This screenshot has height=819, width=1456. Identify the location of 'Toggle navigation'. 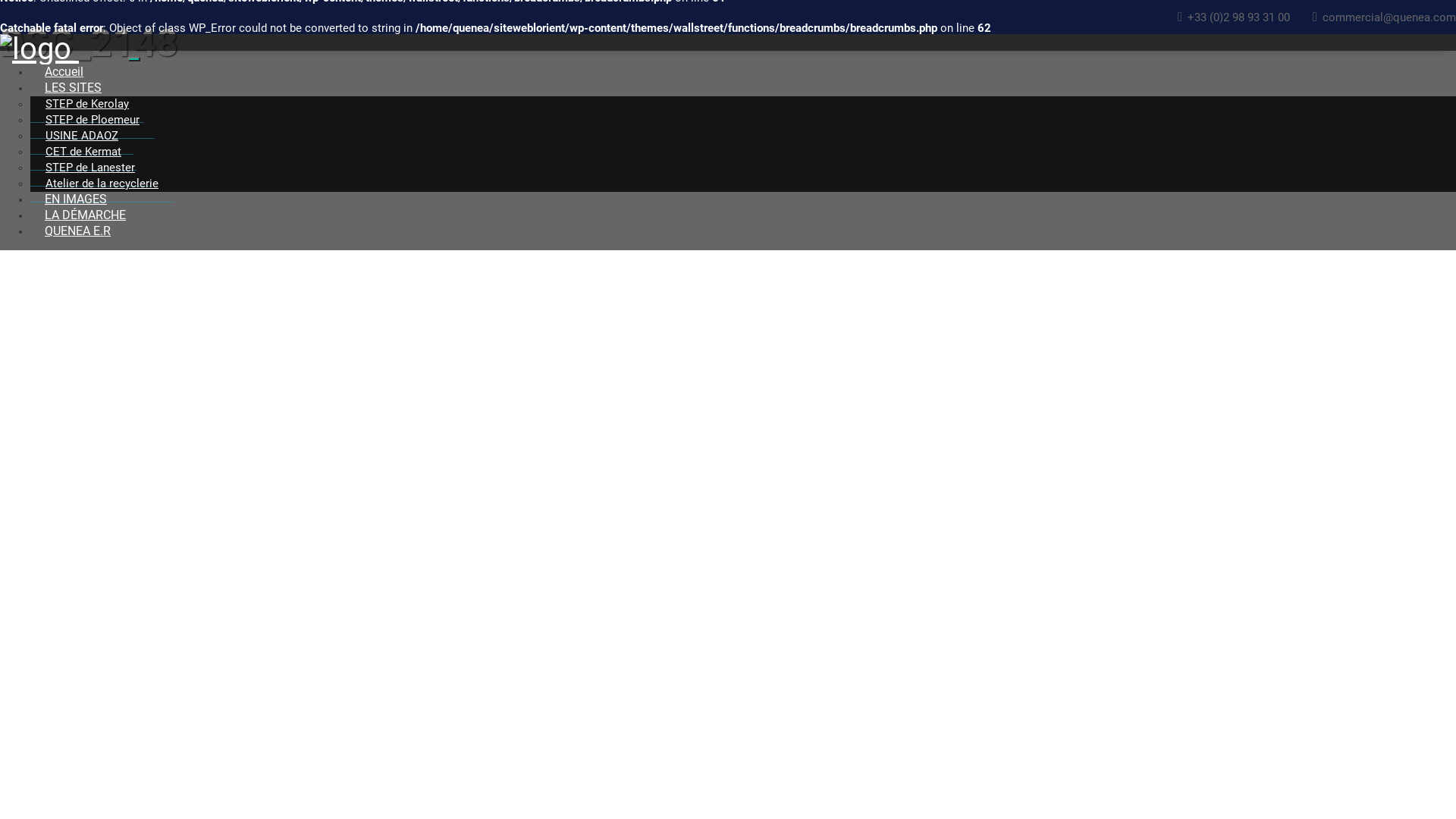
(134, 58).